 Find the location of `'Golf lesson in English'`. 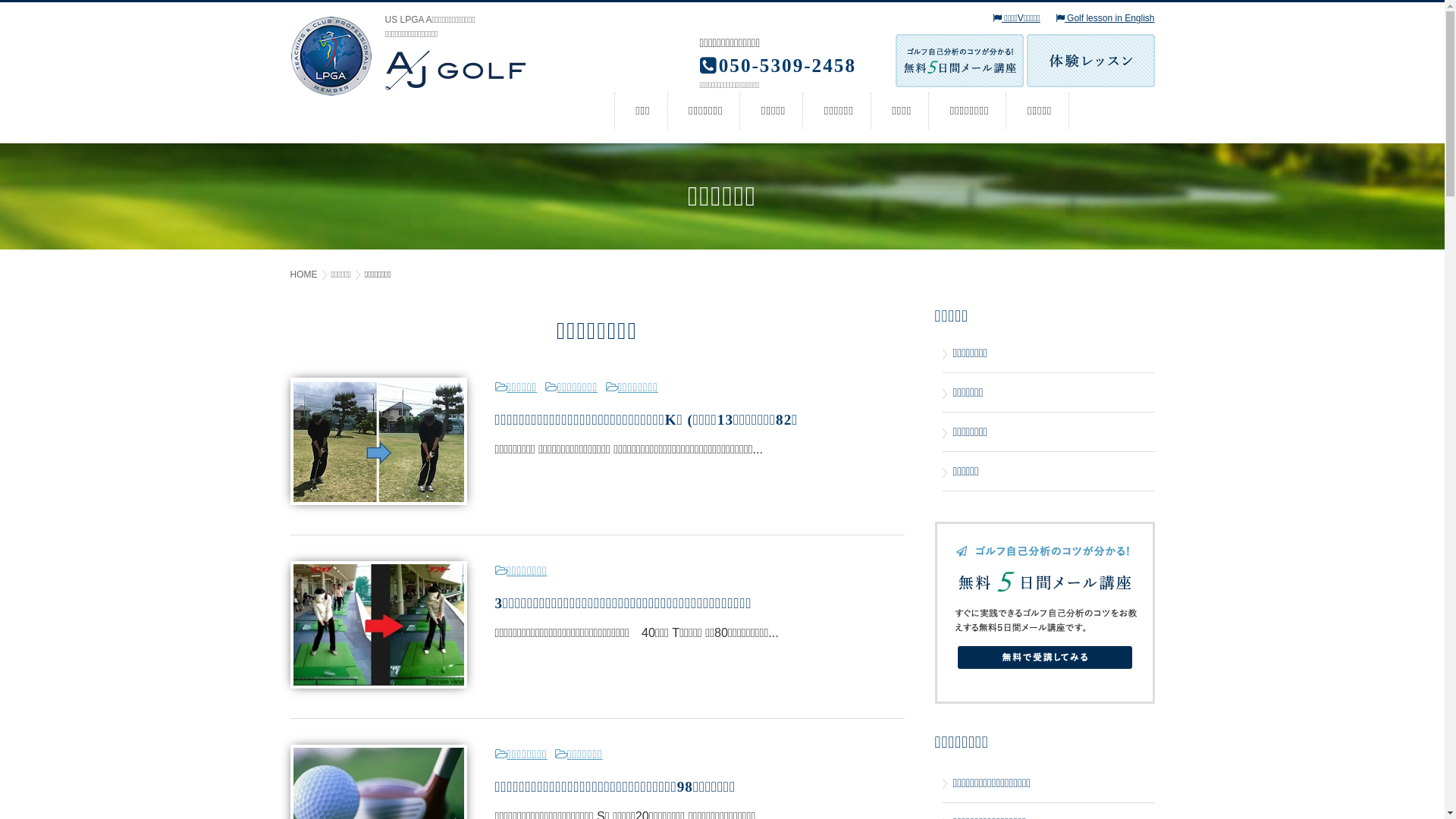

'Golf lesson in English' is located at coordinates (1105, 18).